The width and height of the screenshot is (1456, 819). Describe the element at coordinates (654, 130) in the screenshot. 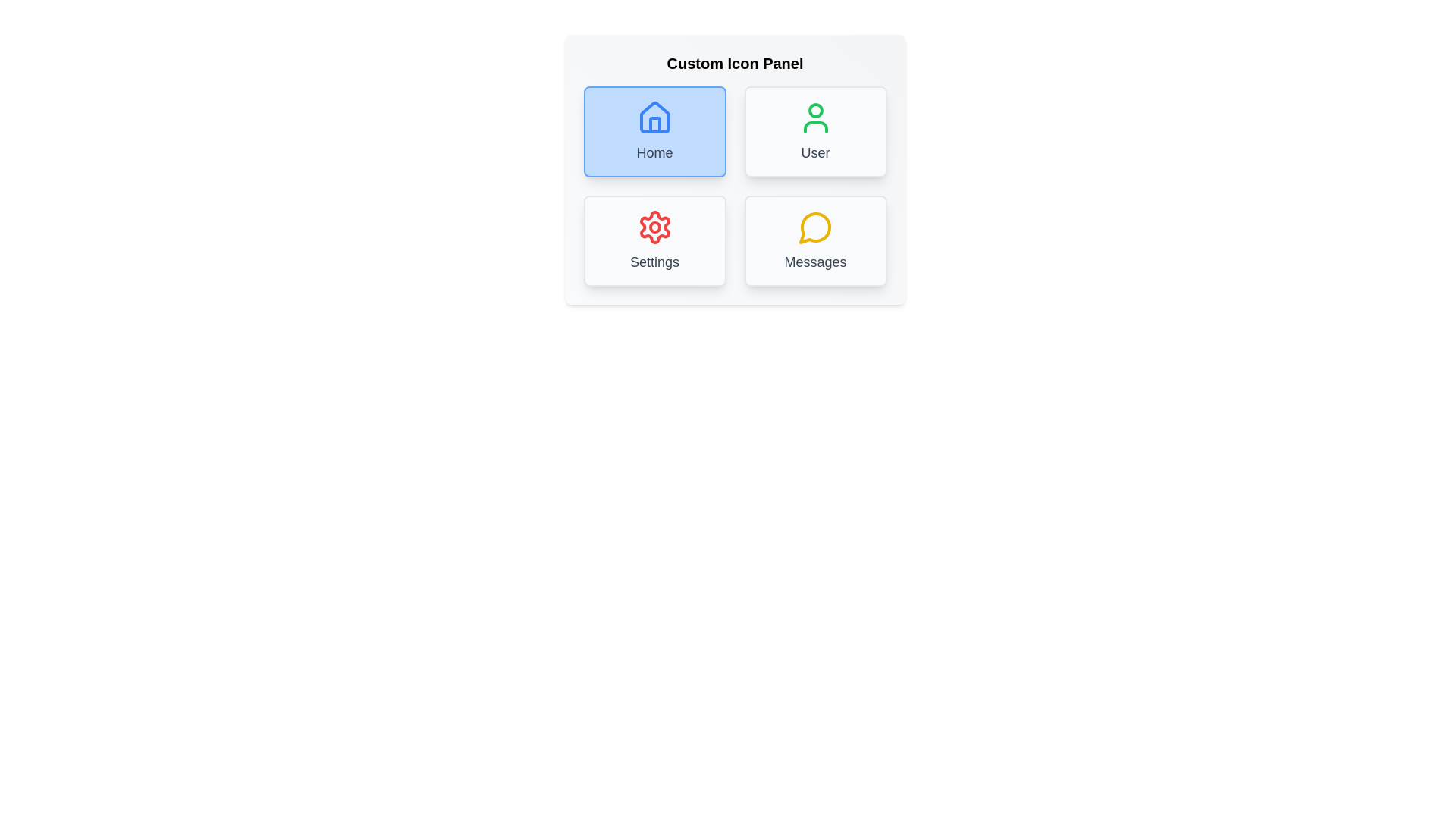

I see `the Home icon to observe its hover effect` at that location.